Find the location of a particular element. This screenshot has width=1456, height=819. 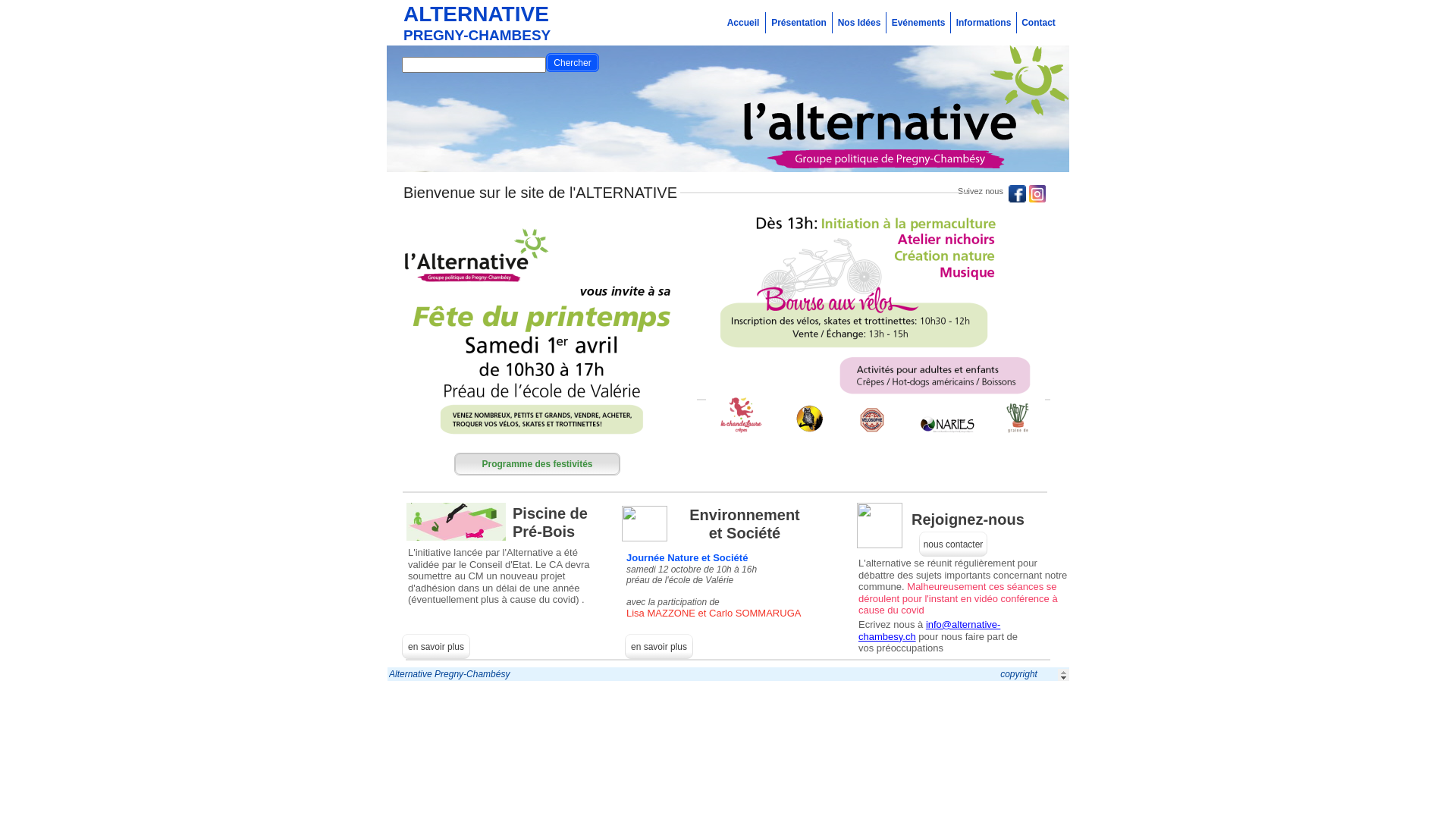

'nous contacter' is located at coordinates (918, 543).